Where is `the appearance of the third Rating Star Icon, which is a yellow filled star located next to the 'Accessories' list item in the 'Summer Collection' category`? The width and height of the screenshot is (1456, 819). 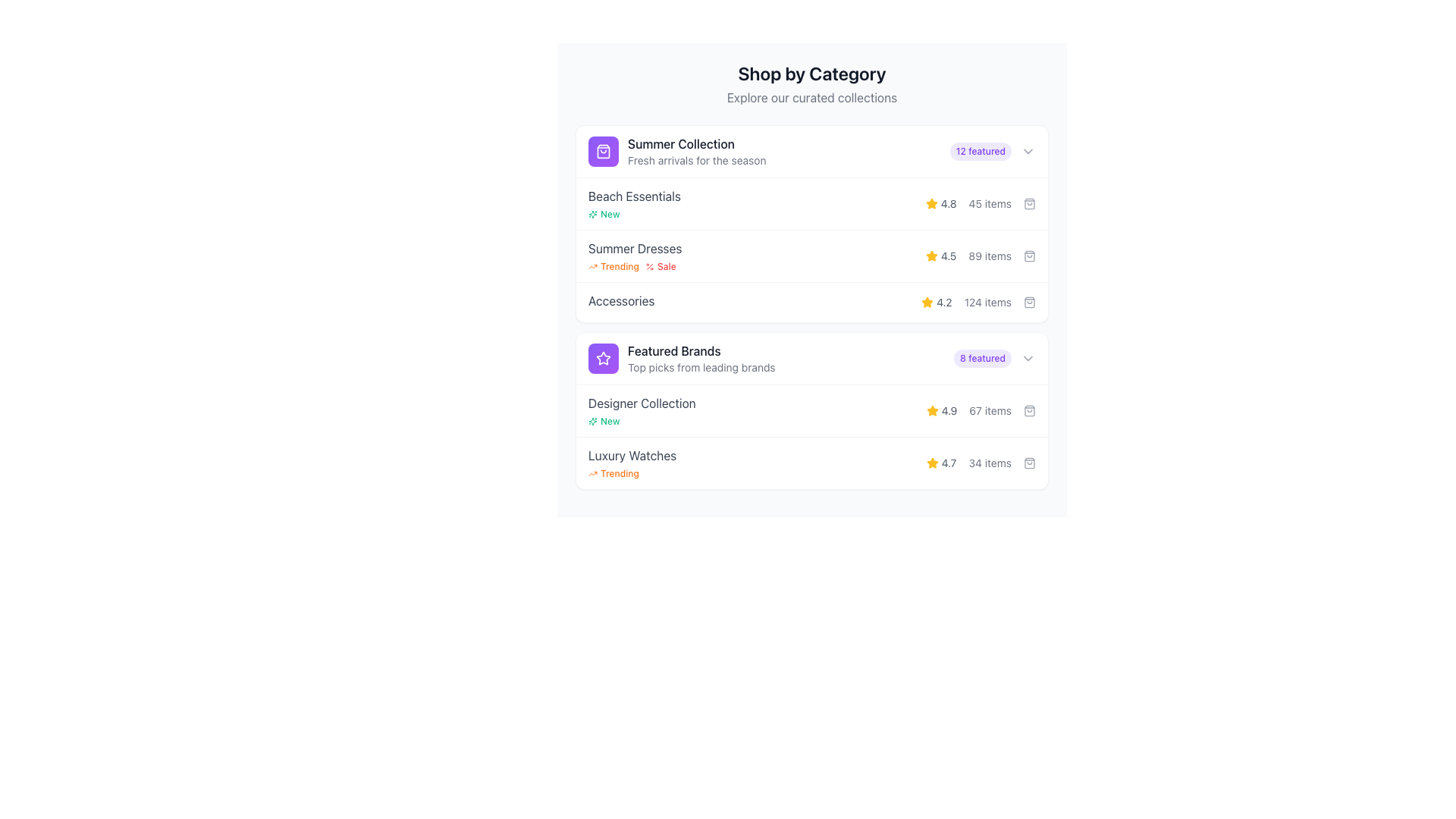
the appearance of the third Rating Star Icon, which is a yellow filled star located next to the 'Accessories' list item in the 'Summer Collection' category is located at coordinates (927, 302).